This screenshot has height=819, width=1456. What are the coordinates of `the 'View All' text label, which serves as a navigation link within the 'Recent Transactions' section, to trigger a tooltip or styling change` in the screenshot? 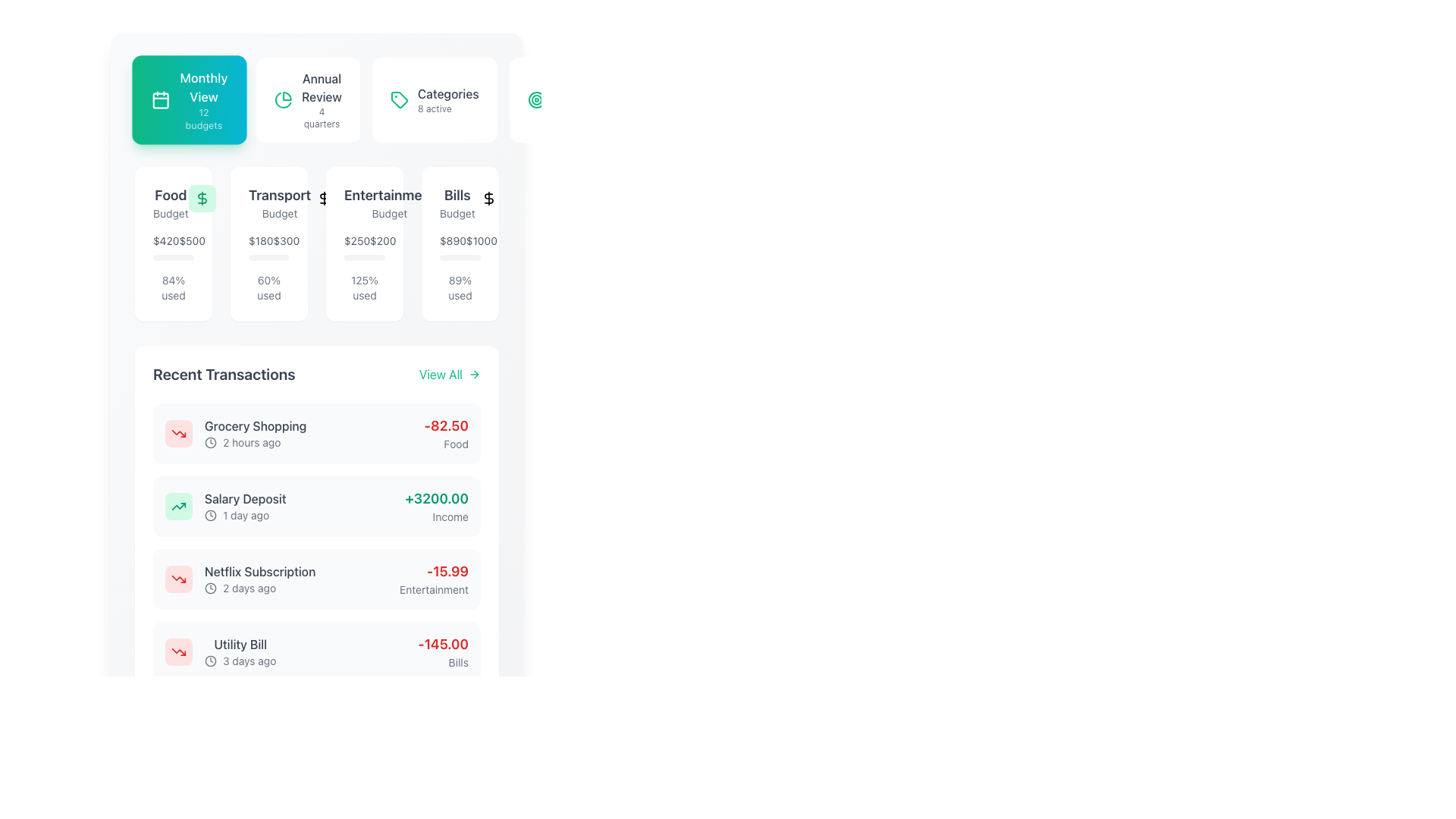 It's located at (440, 374).